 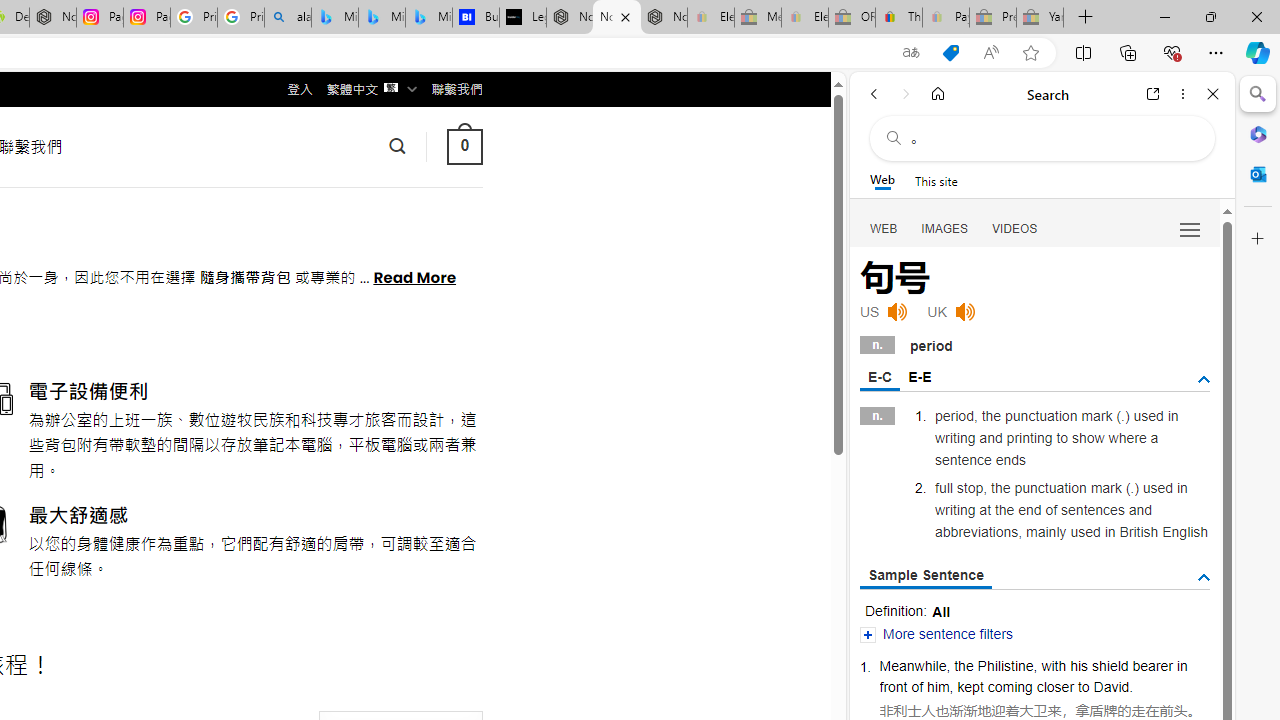 What do you see at coordinates (909, 52) in the screenshot?
I see `'Show translate options'` at bounding box center [909, 52].